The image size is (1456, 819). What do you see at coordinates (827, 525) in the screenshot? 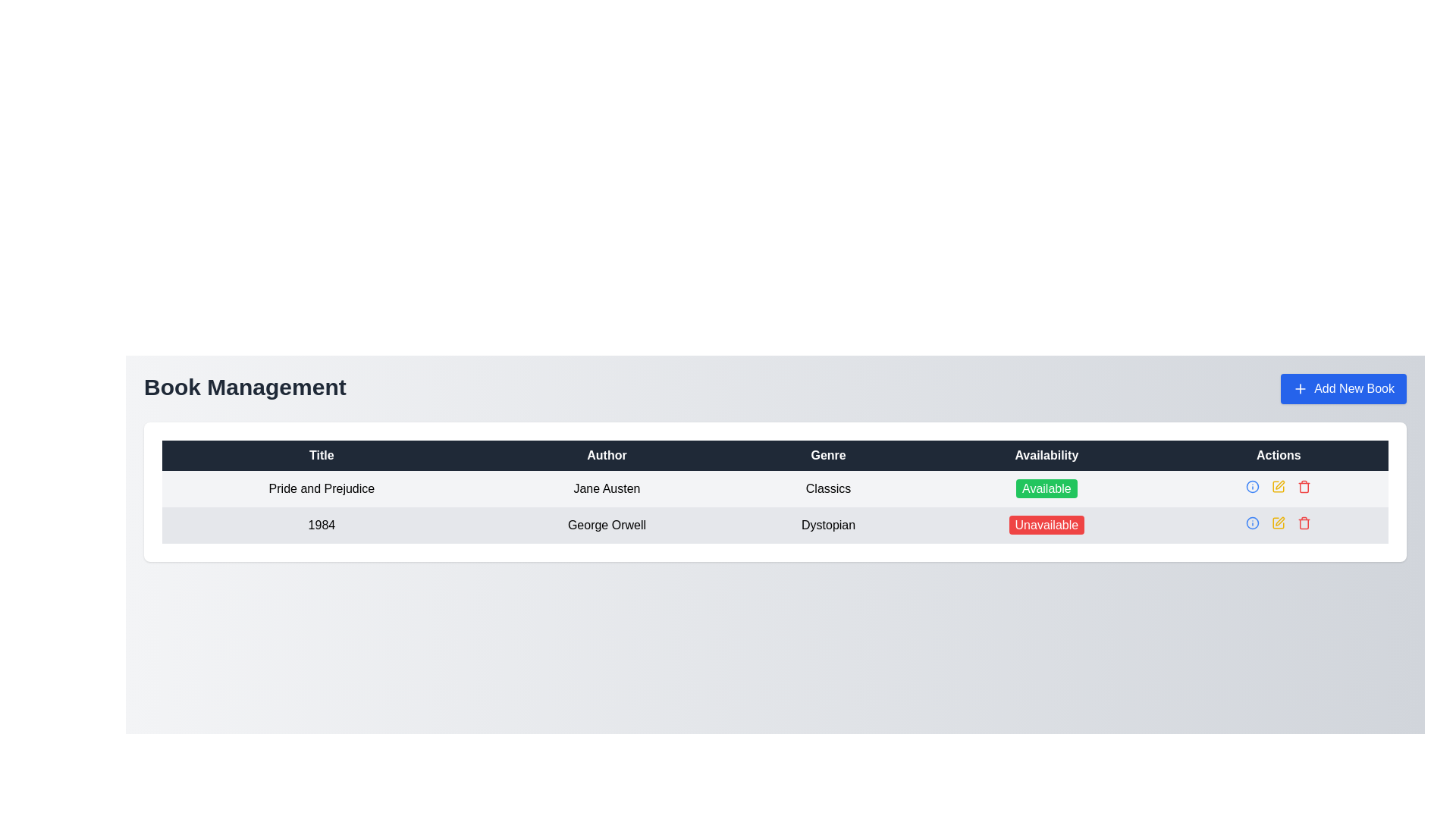
I see `the text label in the third cell of the second row of the table that represents the literary genre of the book '1984'` at bounding box center [827, 525].